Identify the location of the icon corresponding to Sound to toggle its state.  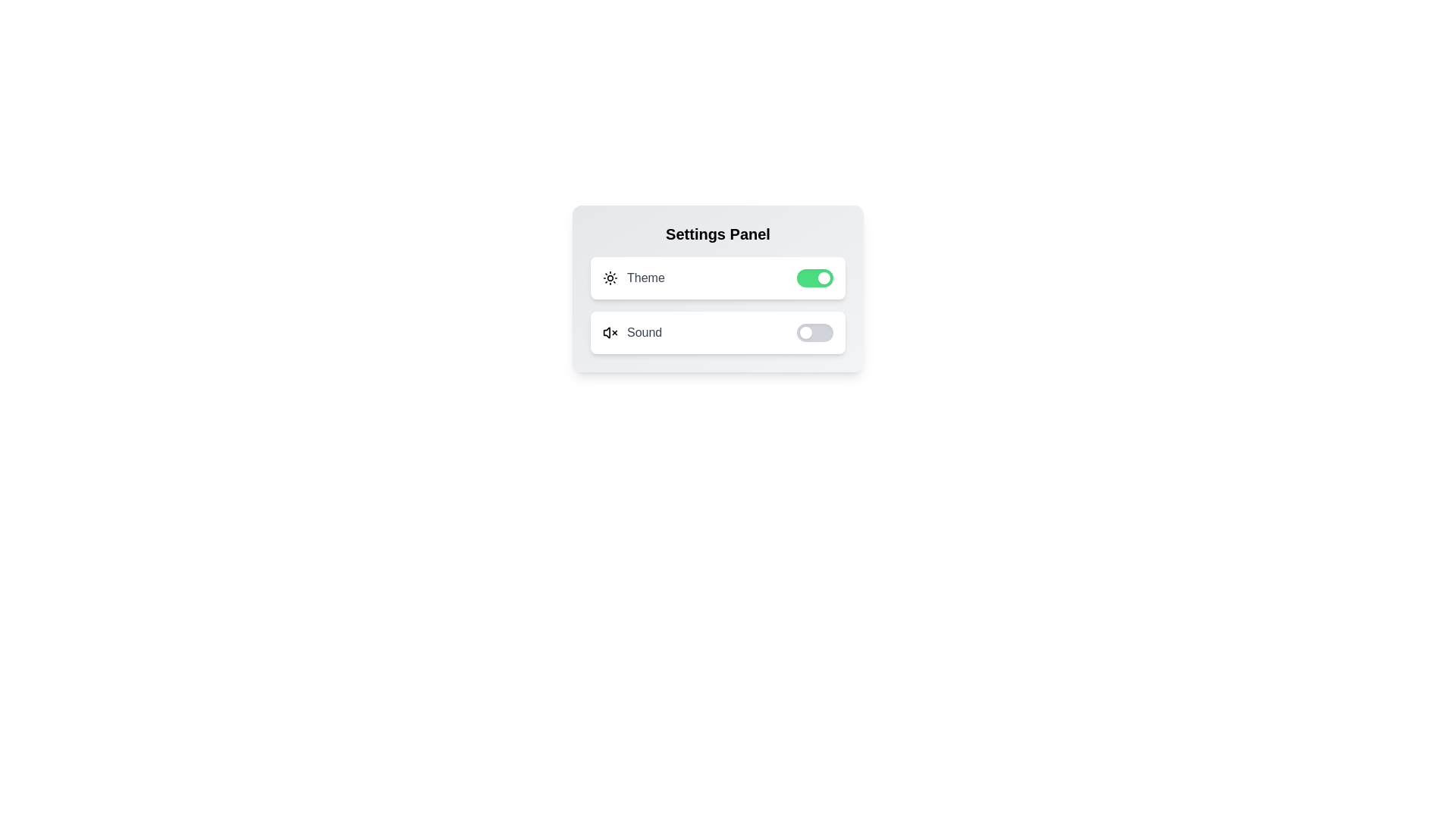
(610, 332).